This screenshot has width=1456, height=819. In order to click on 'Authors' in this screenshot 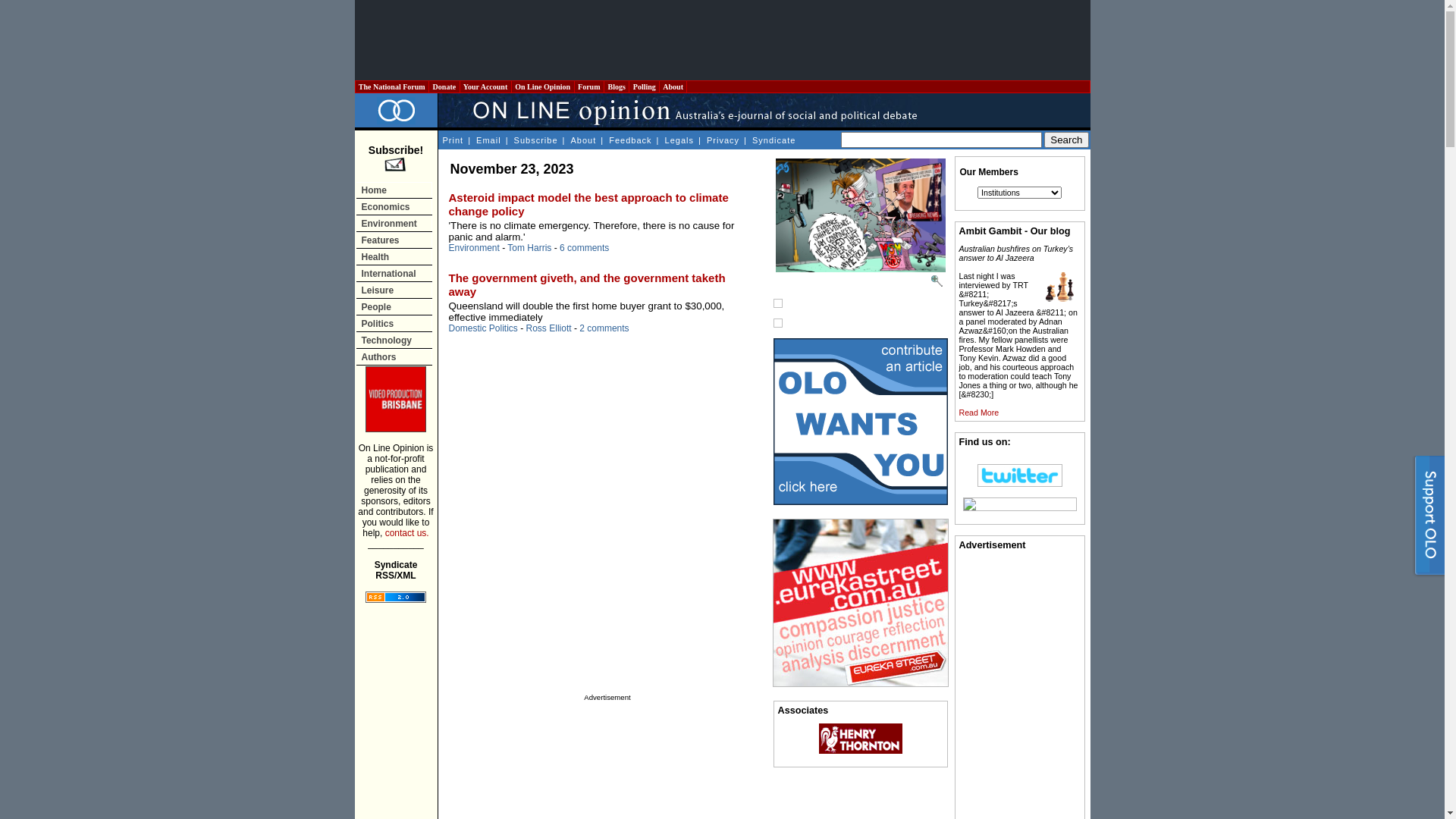, I will do `click(394, 356)`.